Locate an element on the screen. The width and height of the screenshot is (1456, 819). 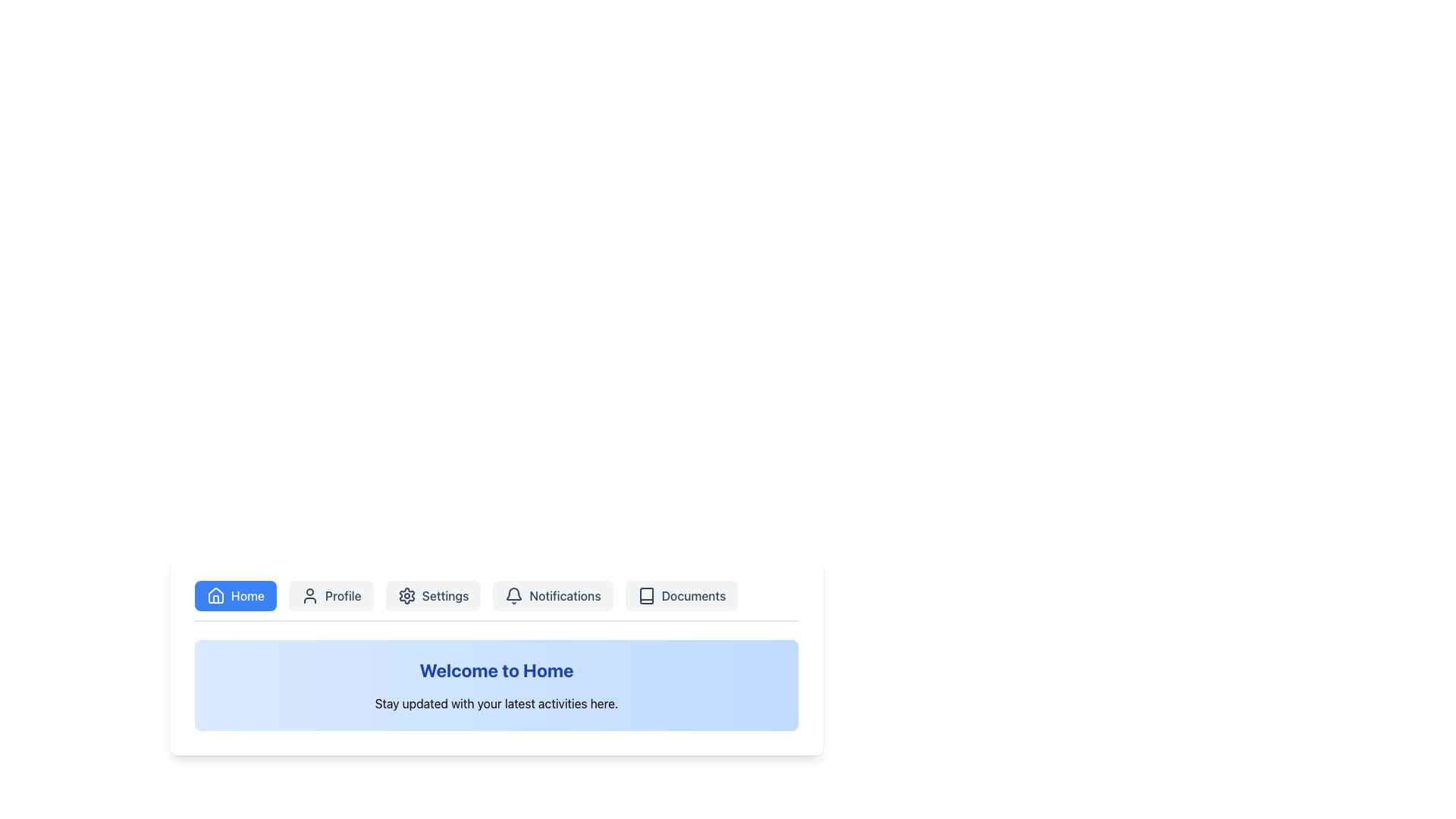
the SVG icon resembling a book, which is located inside the 'Documents' button on the far right of the top navigation bar is located at coordinates (646, 595).